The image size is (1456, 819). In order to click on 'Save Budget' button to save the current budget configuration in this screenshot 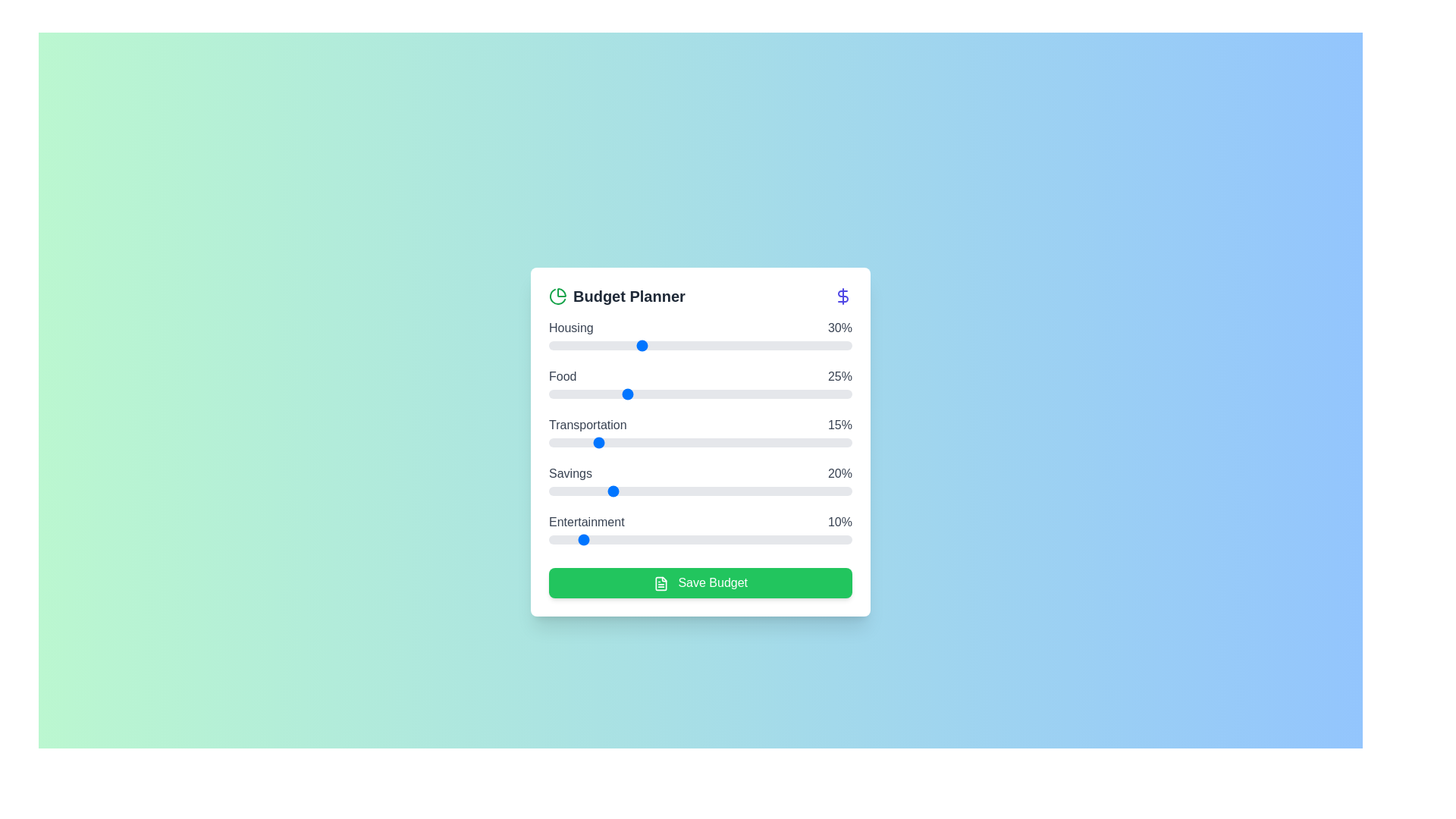, I will do `click(700, 582)`.